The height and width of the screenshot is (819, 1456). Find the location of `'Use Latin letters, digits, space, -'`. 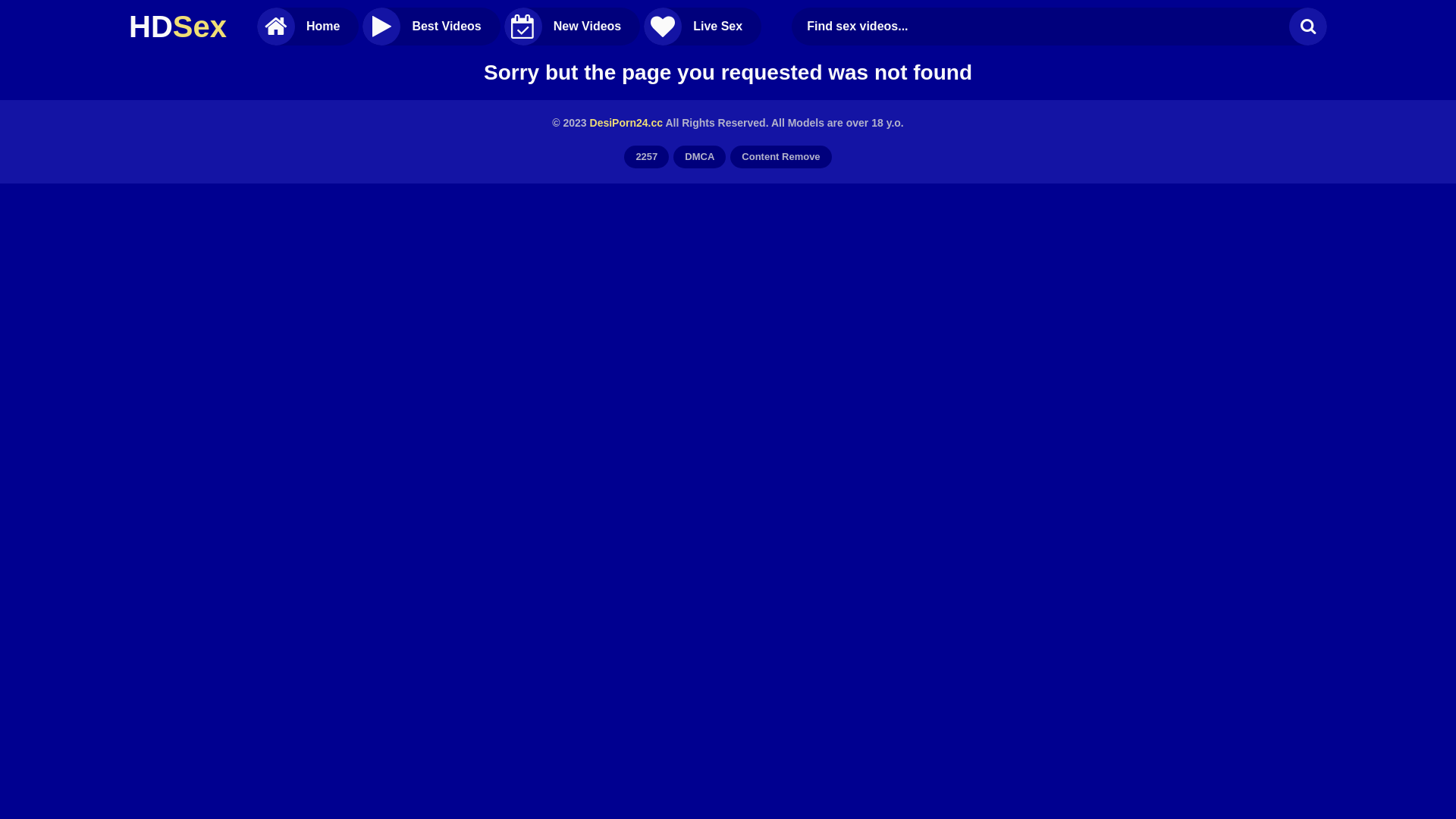

'Use Latin letters, digits, space, -' is located at coordinates (1043, 26).